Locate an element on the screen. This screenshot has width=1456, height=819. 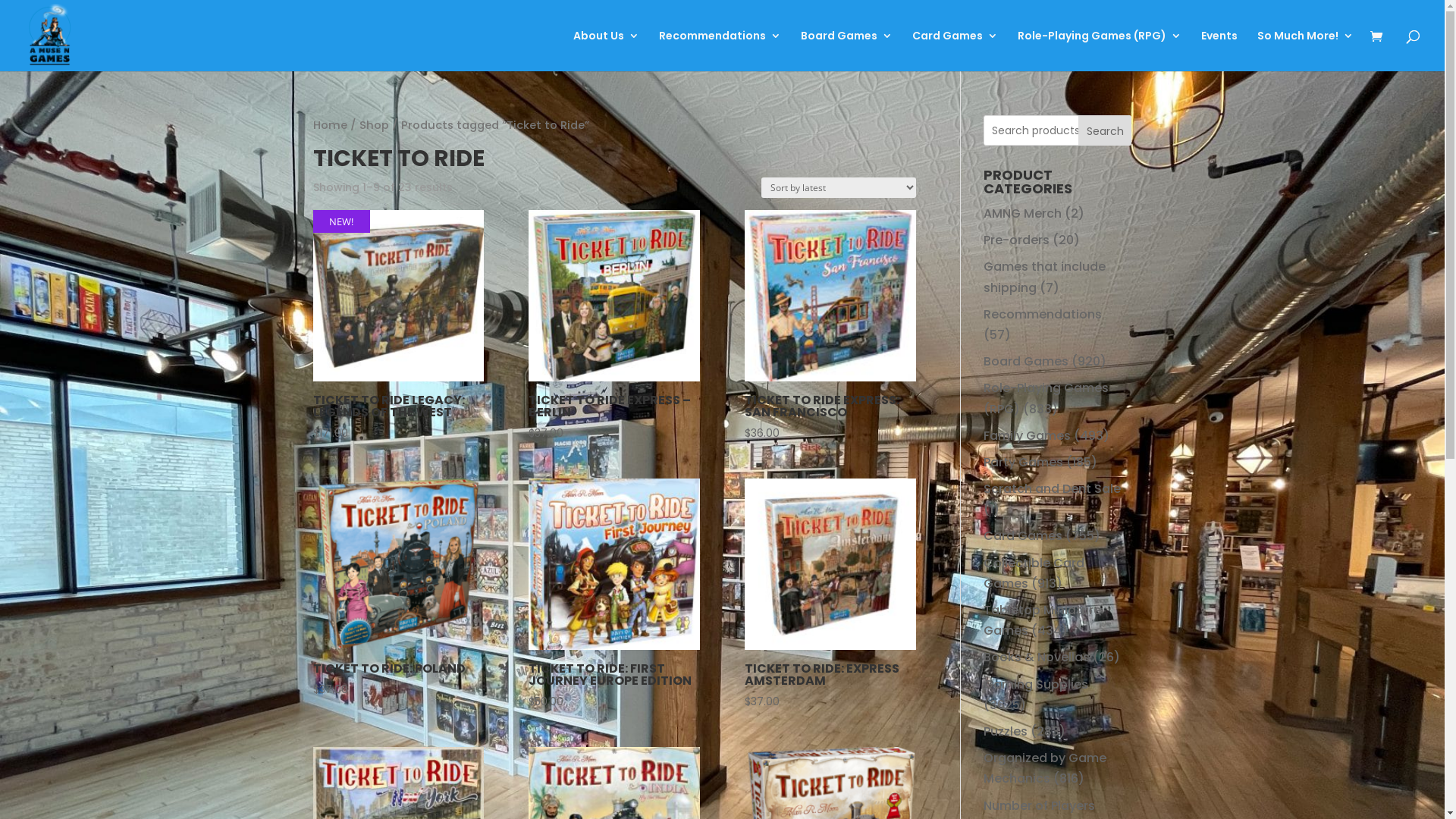
'Family Games' is located at coordinates (983, 435).